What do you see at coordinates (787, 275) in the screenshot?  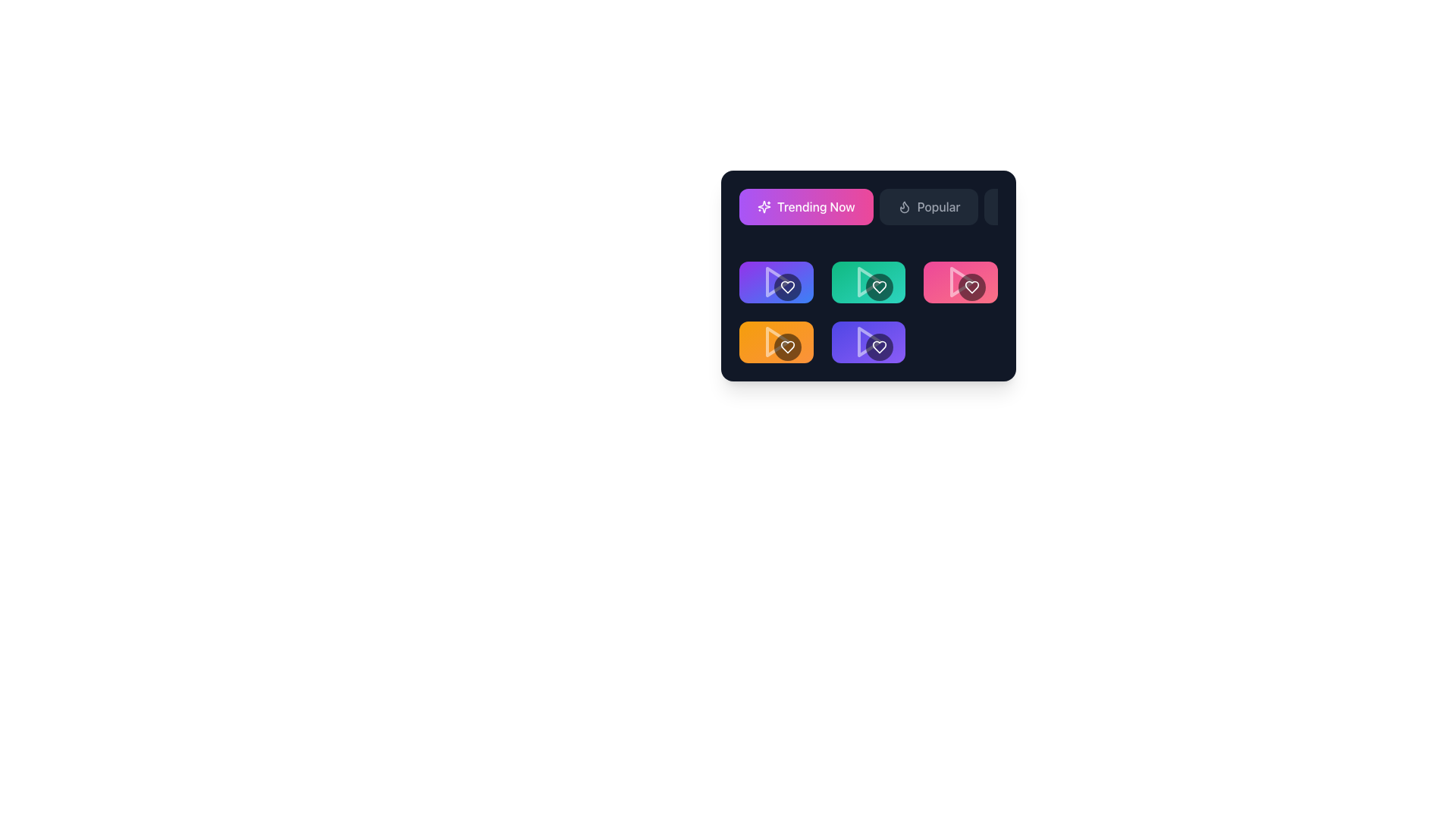 I see `the Interactive count display button` at bounding box center [787, 275].